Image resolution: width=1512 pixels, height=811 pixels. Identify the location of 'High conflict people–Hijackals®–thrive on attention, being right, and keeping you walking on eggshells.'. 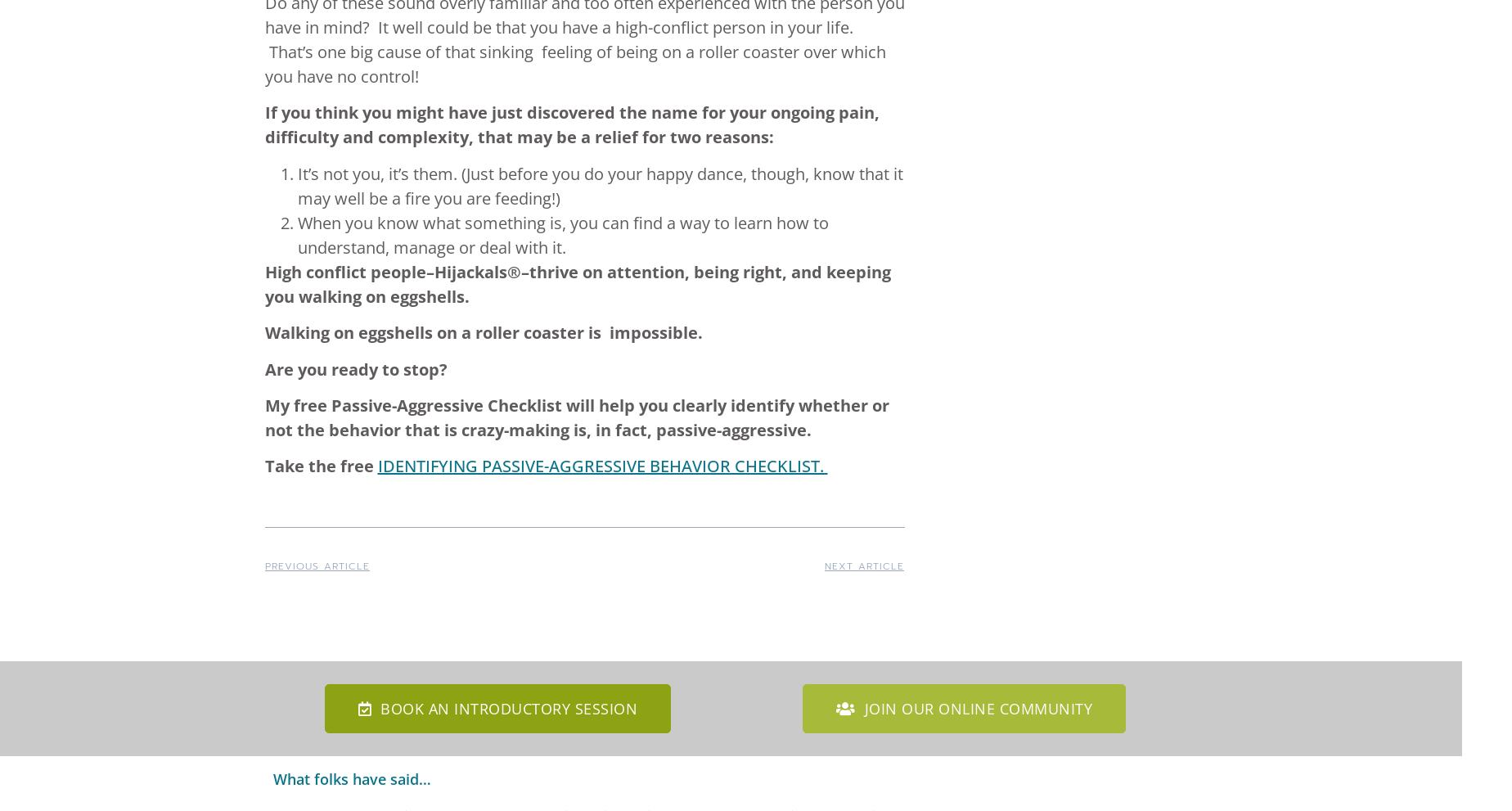
(264, 283).